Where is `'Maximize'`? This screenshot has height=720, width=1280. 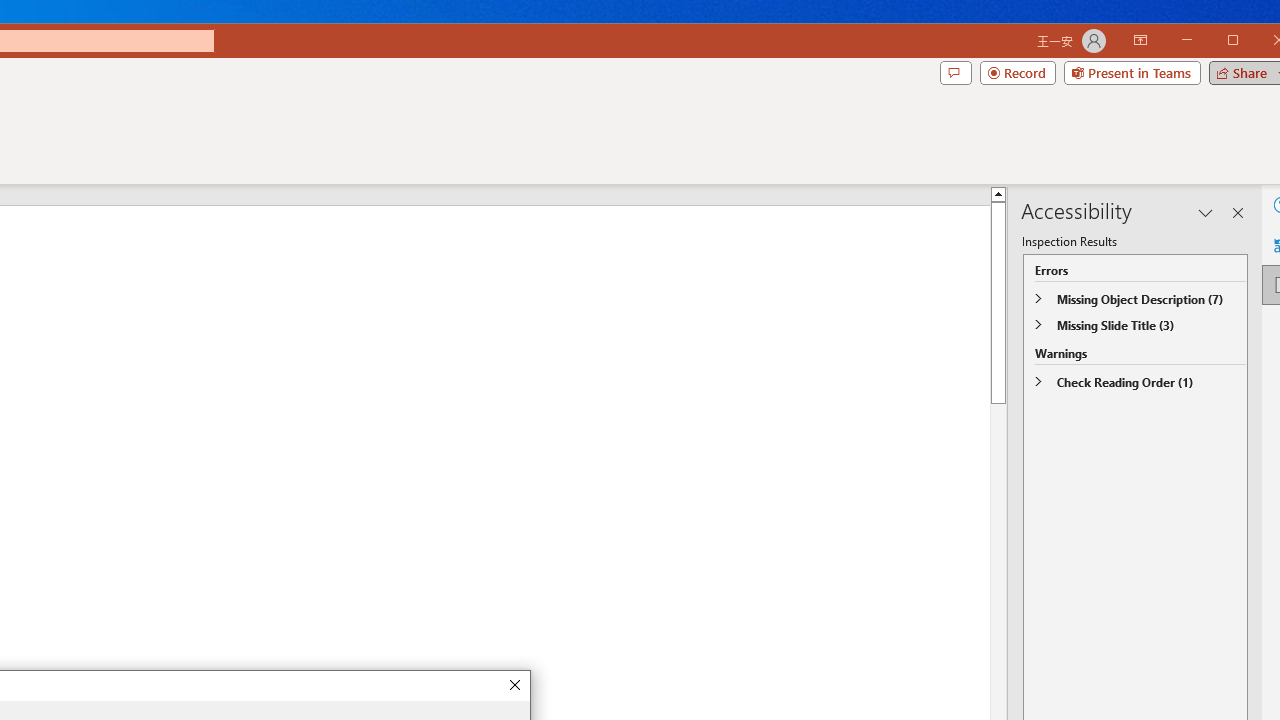
'Maximize' is located at coordinates (1261, 42).